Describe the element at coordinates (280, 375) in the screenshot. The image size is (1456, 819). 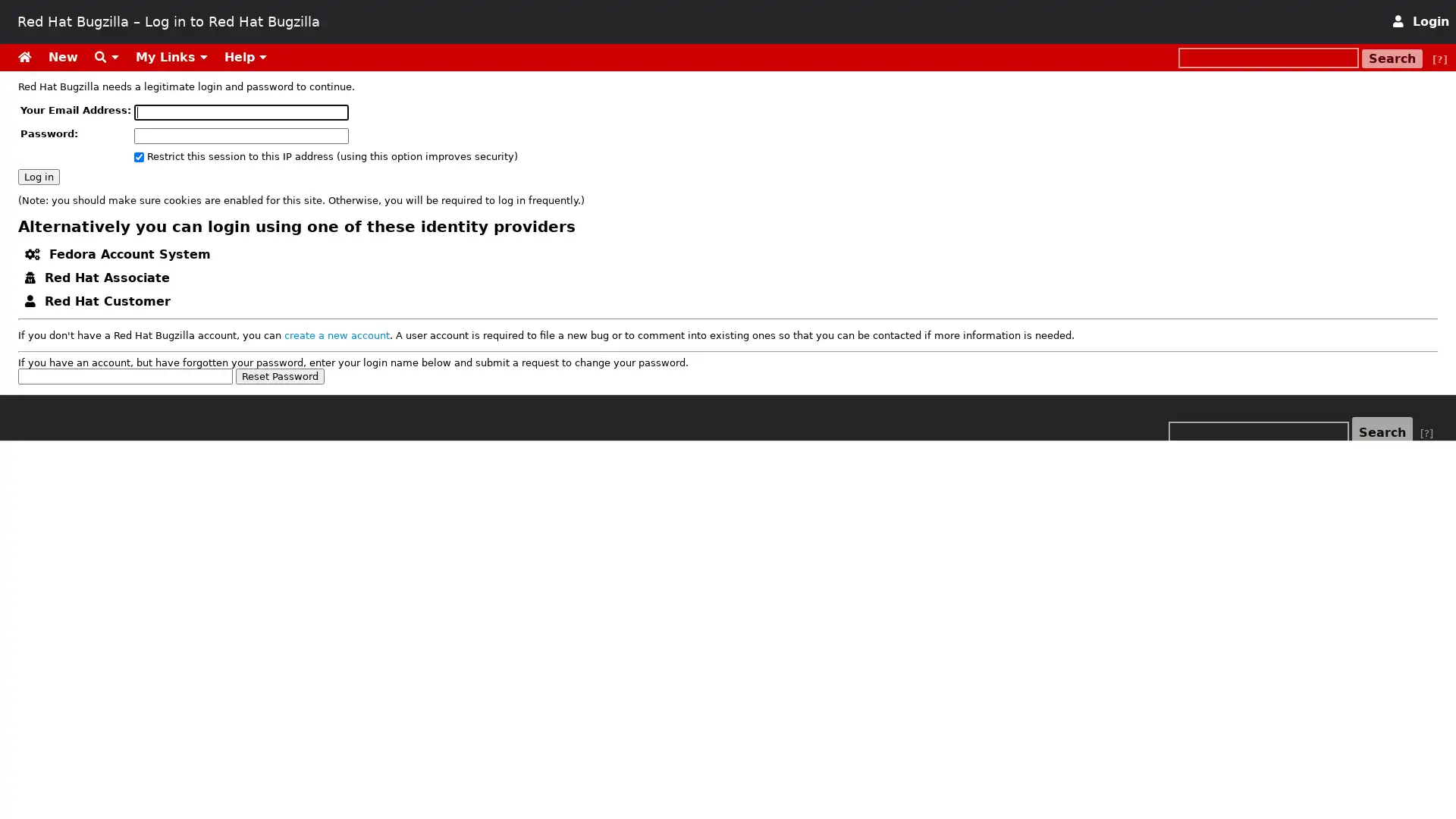
I see `Reset Password` at that location.